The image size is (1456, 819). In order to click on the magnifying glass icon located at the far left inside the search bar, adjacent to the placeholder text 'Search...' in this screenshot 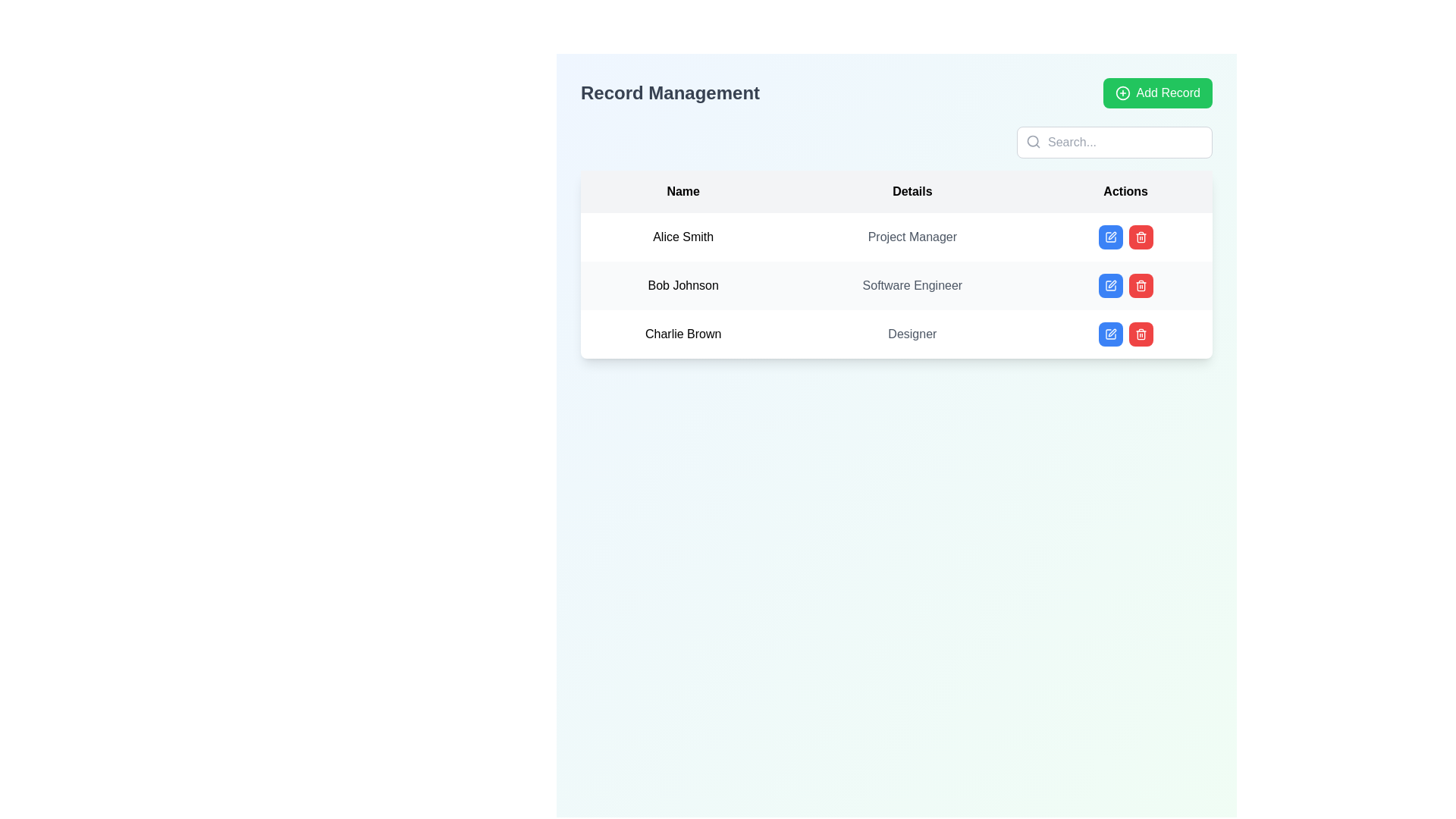, I will do `click(1033, 141)`.